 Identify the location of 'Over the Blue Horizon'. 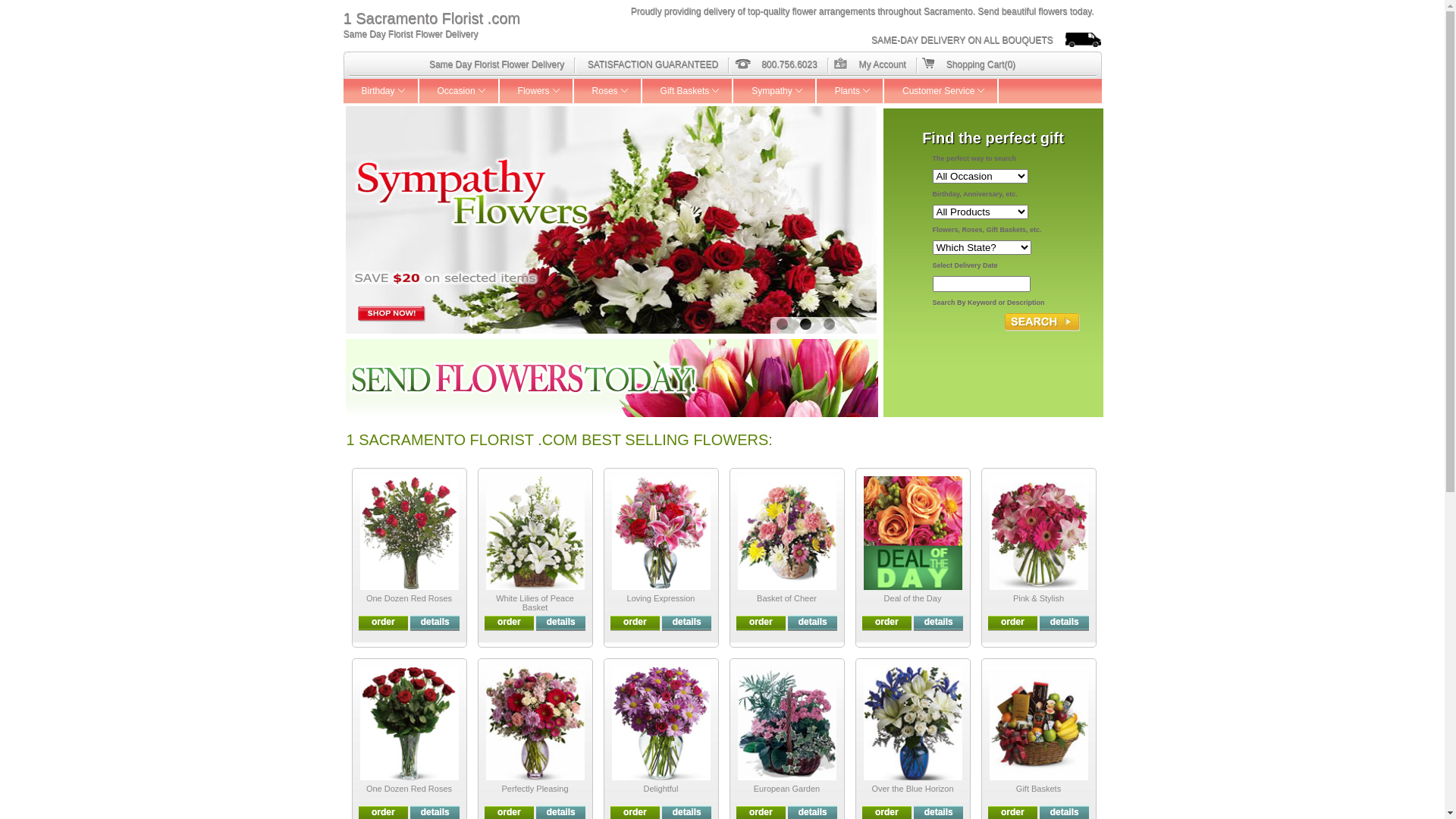
(912, 788).